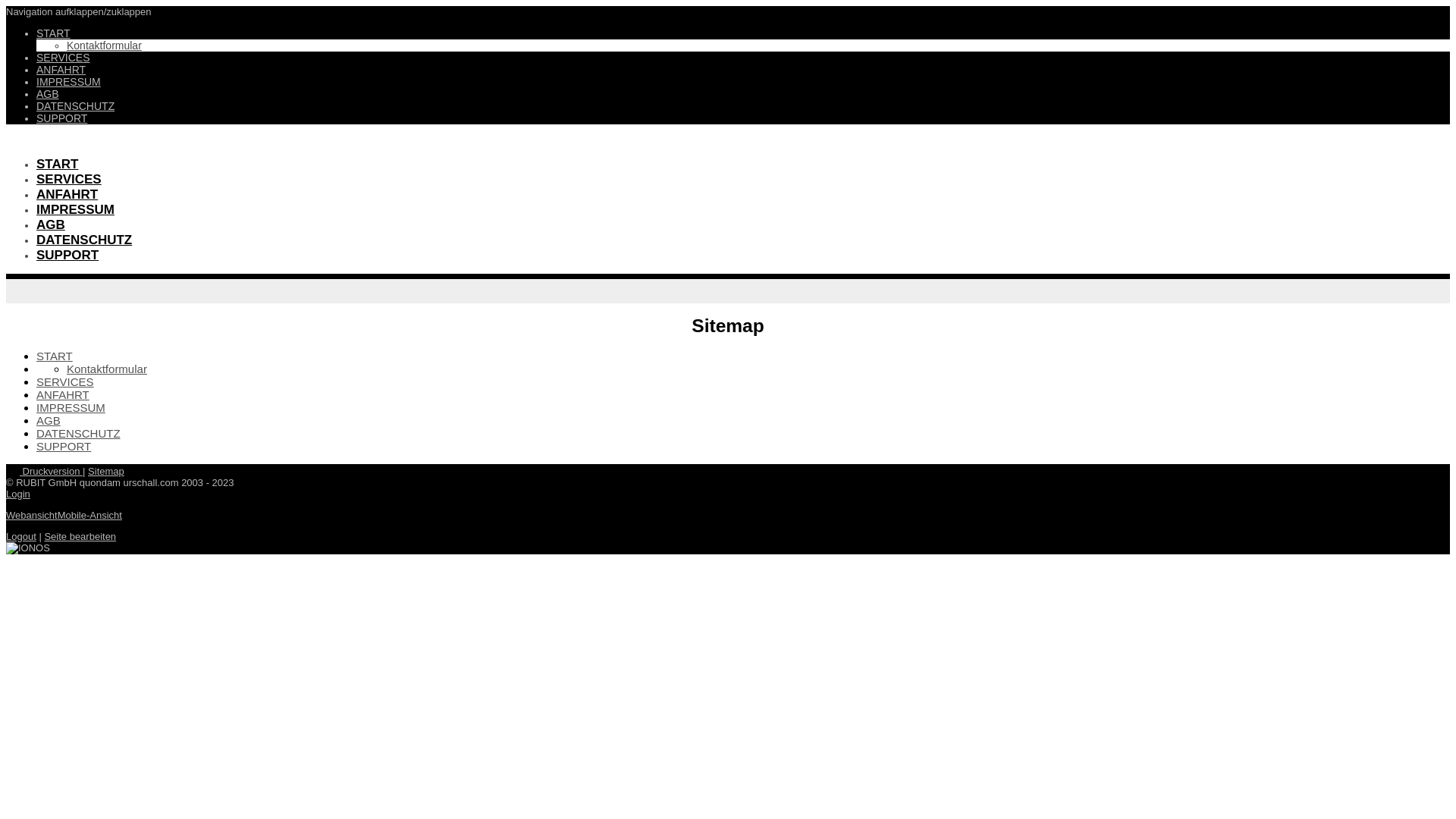 Image resolution: width=1456 pixels, height=819 pixels. Describe the element at coordinates (74, 209) in the screenshot. I see `'IMPRESSUM'` at that location.